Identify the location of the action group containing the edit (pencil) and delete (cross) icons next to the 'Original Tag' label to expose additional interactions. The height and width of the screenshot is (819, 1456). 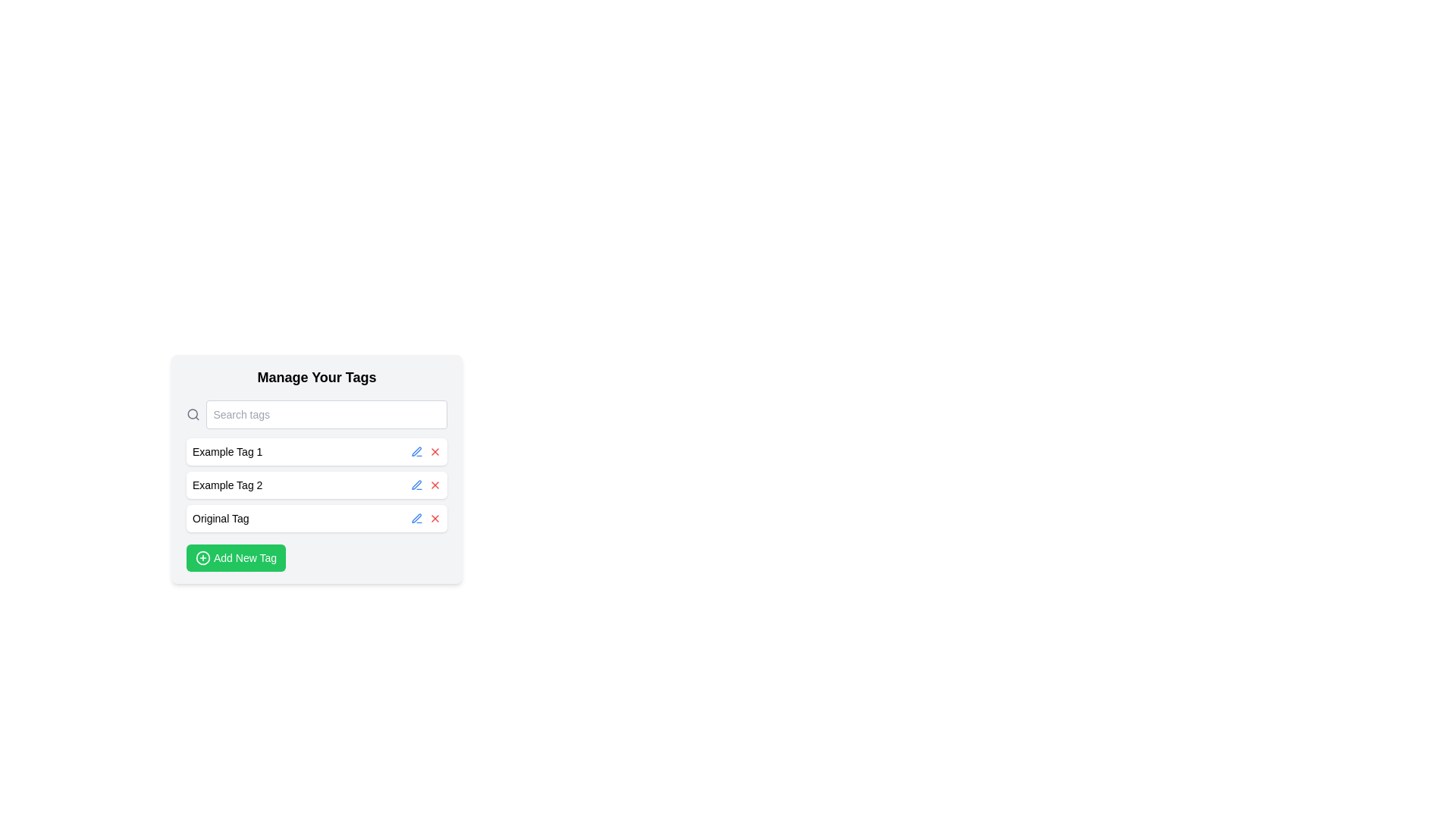
(425, 517).